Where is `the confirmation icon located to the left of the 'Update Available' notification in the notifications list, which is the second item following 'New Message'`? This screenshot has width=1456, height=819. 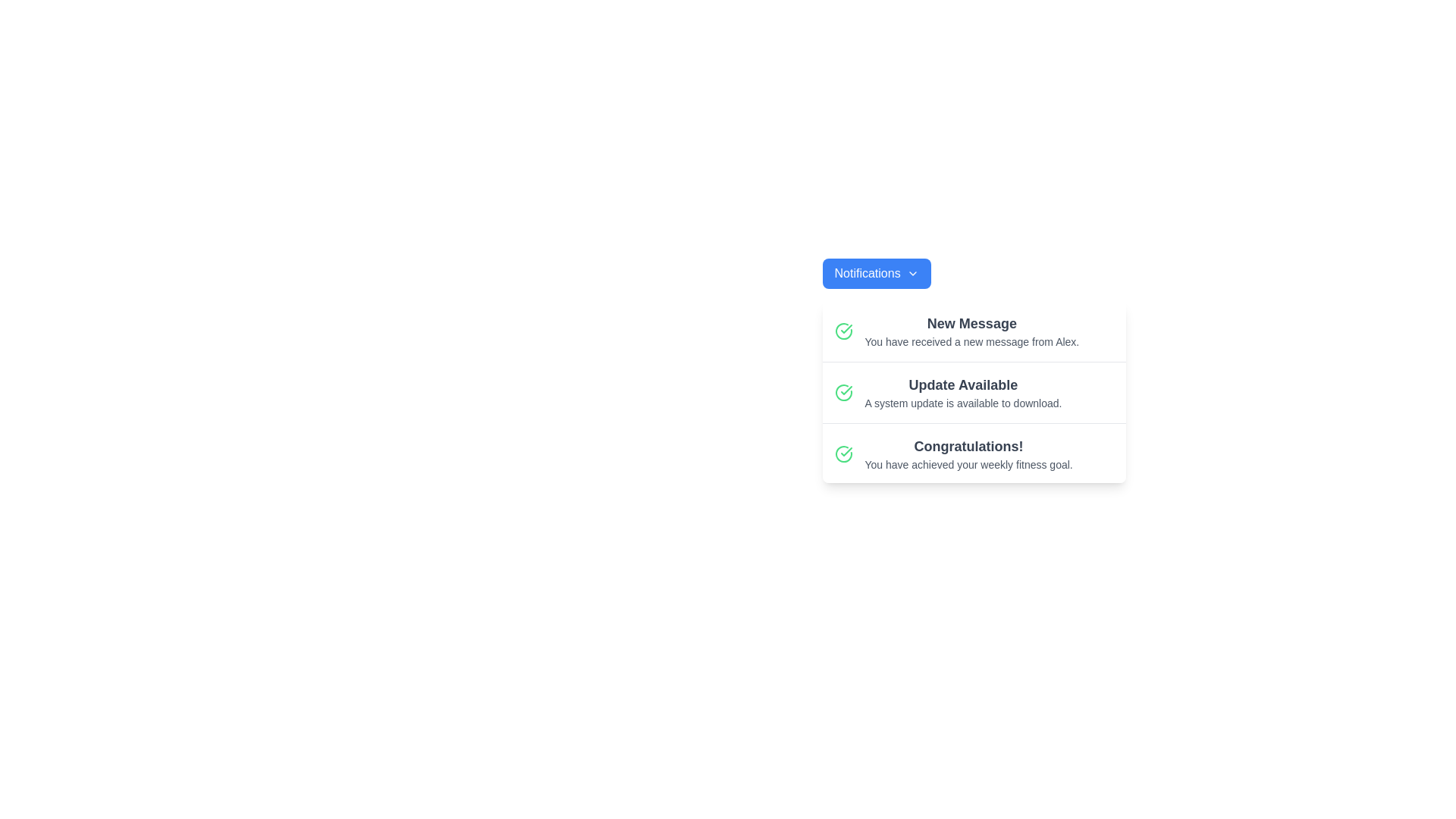 the confirmation icon located to the left of the 'Update Available' notification in the notifications list, which is the second item following 'New Message' is located at coordinates (843, 391).